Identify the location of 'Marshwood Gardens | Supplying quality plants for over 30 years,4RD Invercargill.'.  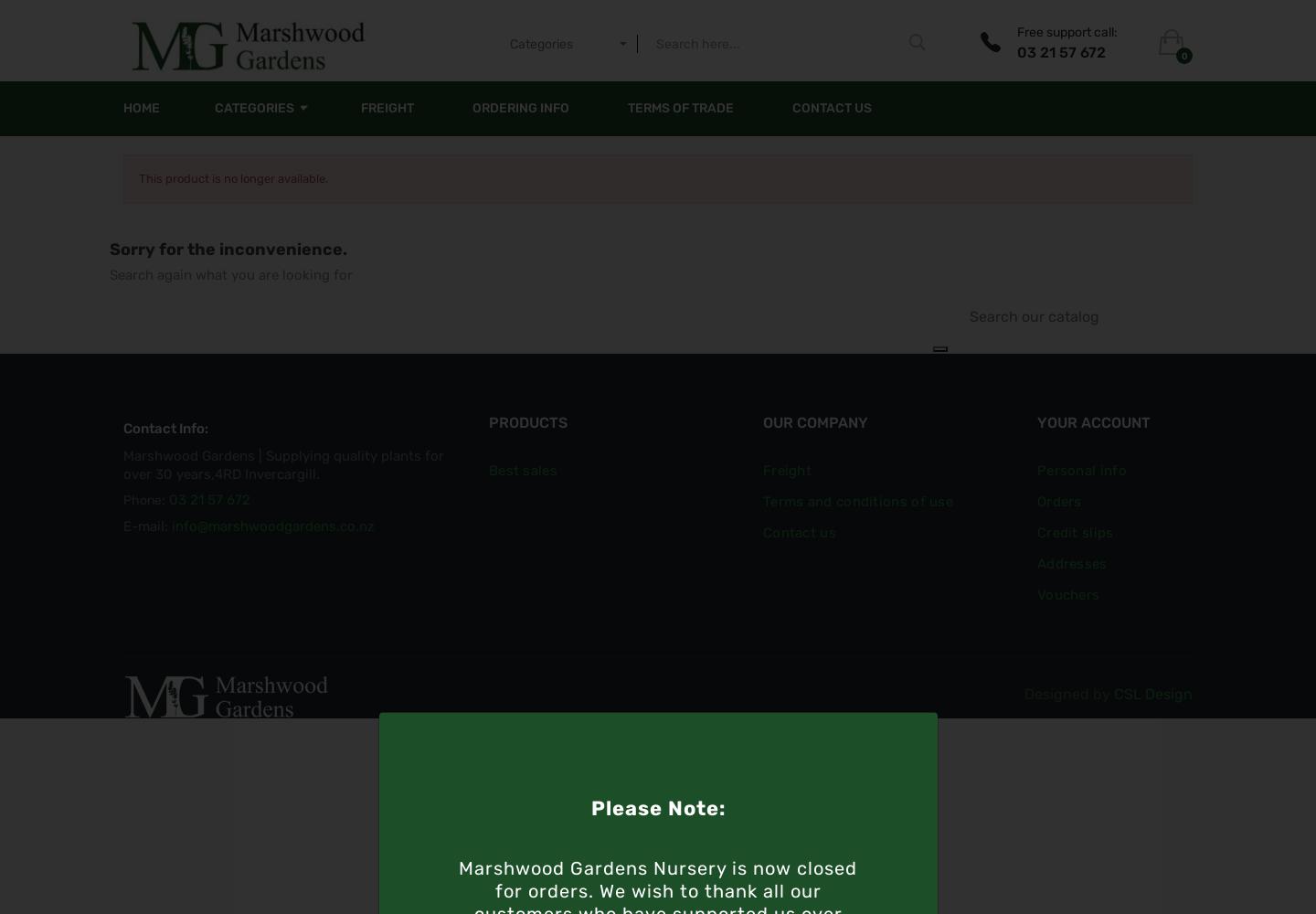
(283, 465).